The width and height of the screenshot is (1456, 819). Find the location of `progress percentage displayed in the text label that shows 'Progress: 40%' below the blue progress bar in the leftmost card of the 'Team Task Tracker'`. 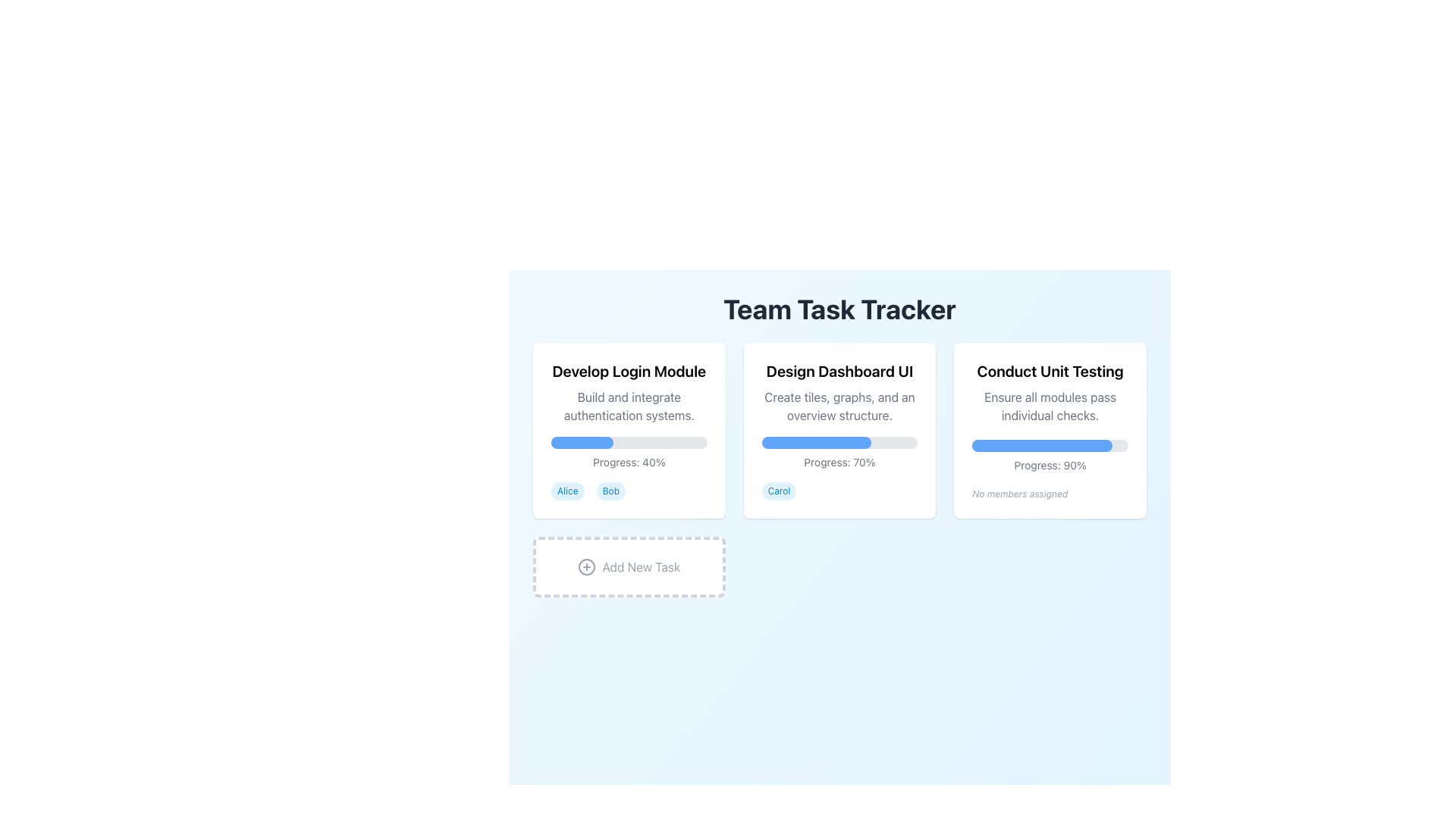

progress percentage displayed in the text label that shows 'Progress: 40%' below the blue progress bar in the leftmost card of the 'Team Task Tracker' is located at coordinates (629, 461).